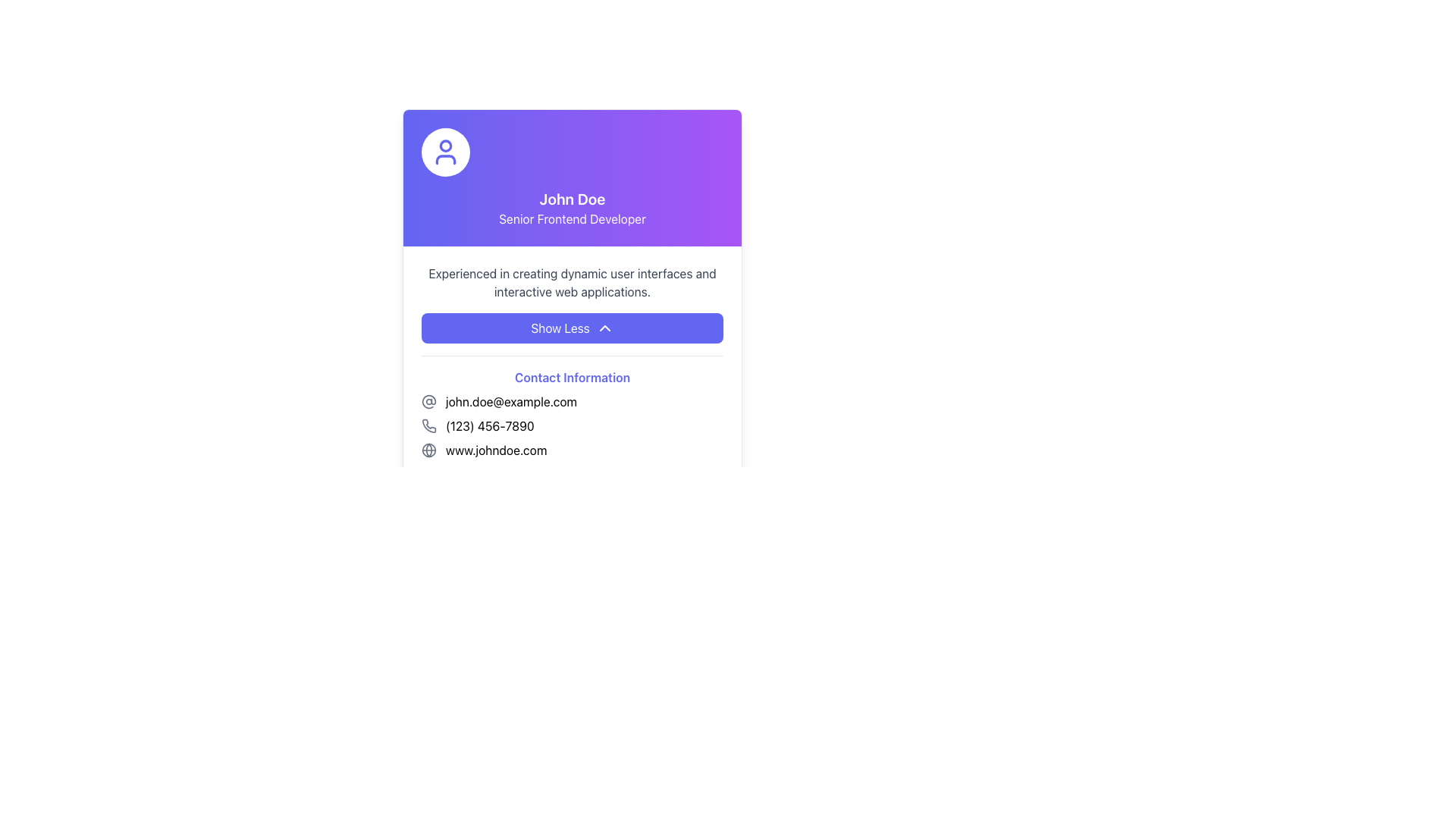  I want to click on the user profile icon located at the top-left of the gradient card component, above the text 'John Doe' and 'Senior Frontend Developer', so click(445, 152).